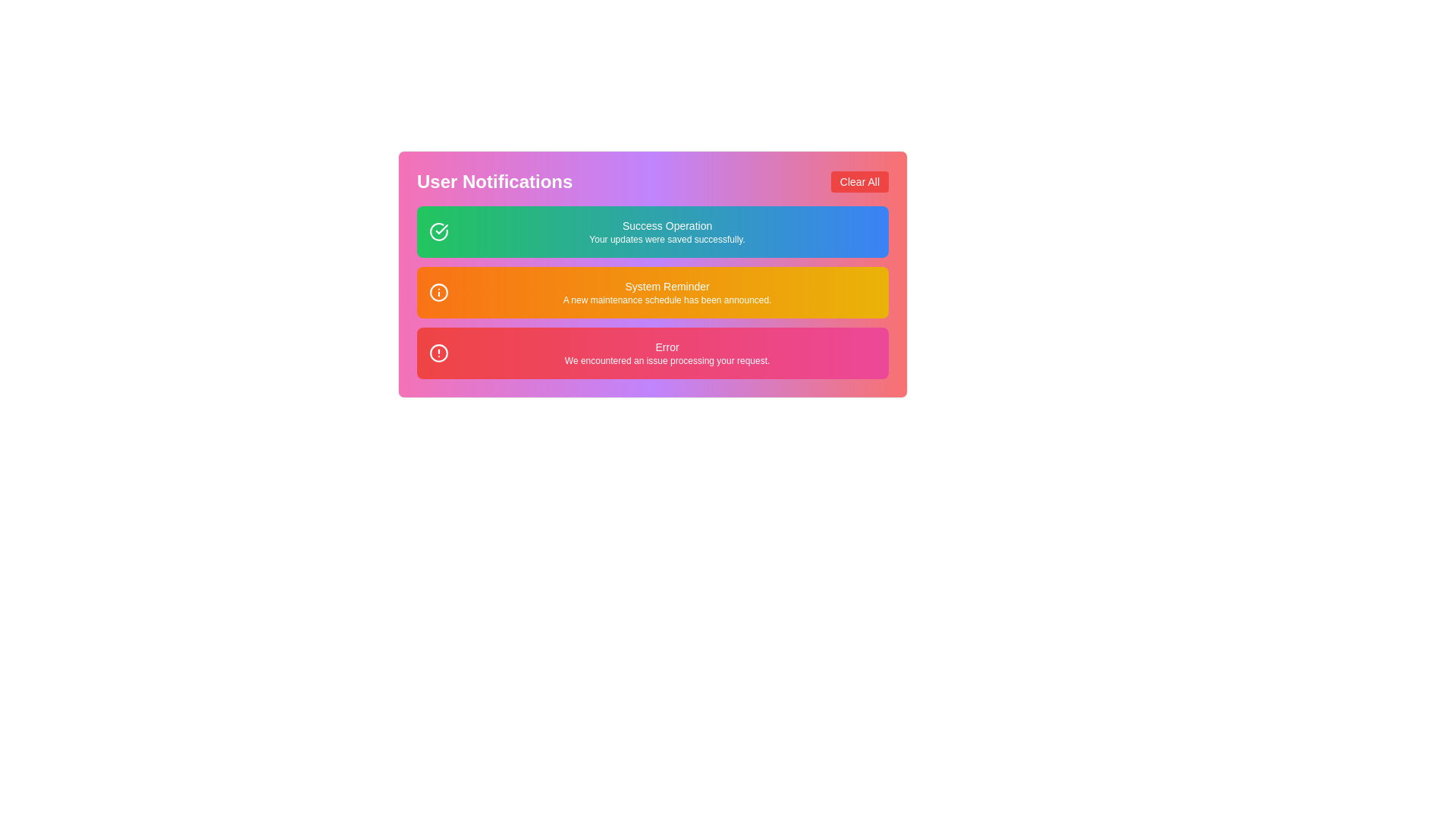 This screenshot has width=1456, height=819. Describe the element at coordinates (667, 287) in the screenshot. I see `the text label that provides the title of the second notification entry in the list of user notifications` at that location.